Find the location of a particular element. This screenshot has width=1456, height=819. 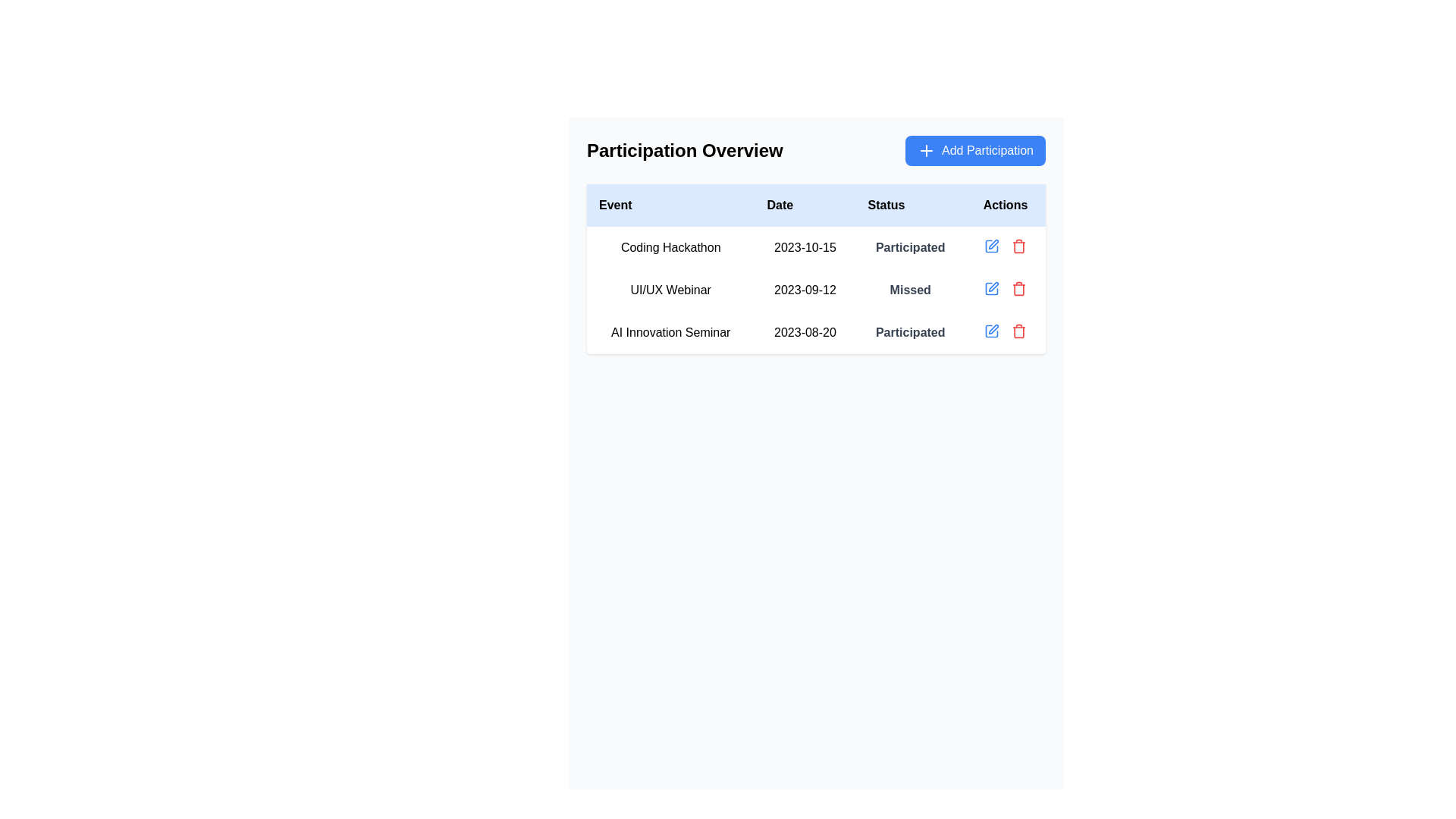

the 'Missed' status text label in the third column of the 'Participation Overview' table for the 'UI/UX Webinar' event is located at coordinates (910, 290).